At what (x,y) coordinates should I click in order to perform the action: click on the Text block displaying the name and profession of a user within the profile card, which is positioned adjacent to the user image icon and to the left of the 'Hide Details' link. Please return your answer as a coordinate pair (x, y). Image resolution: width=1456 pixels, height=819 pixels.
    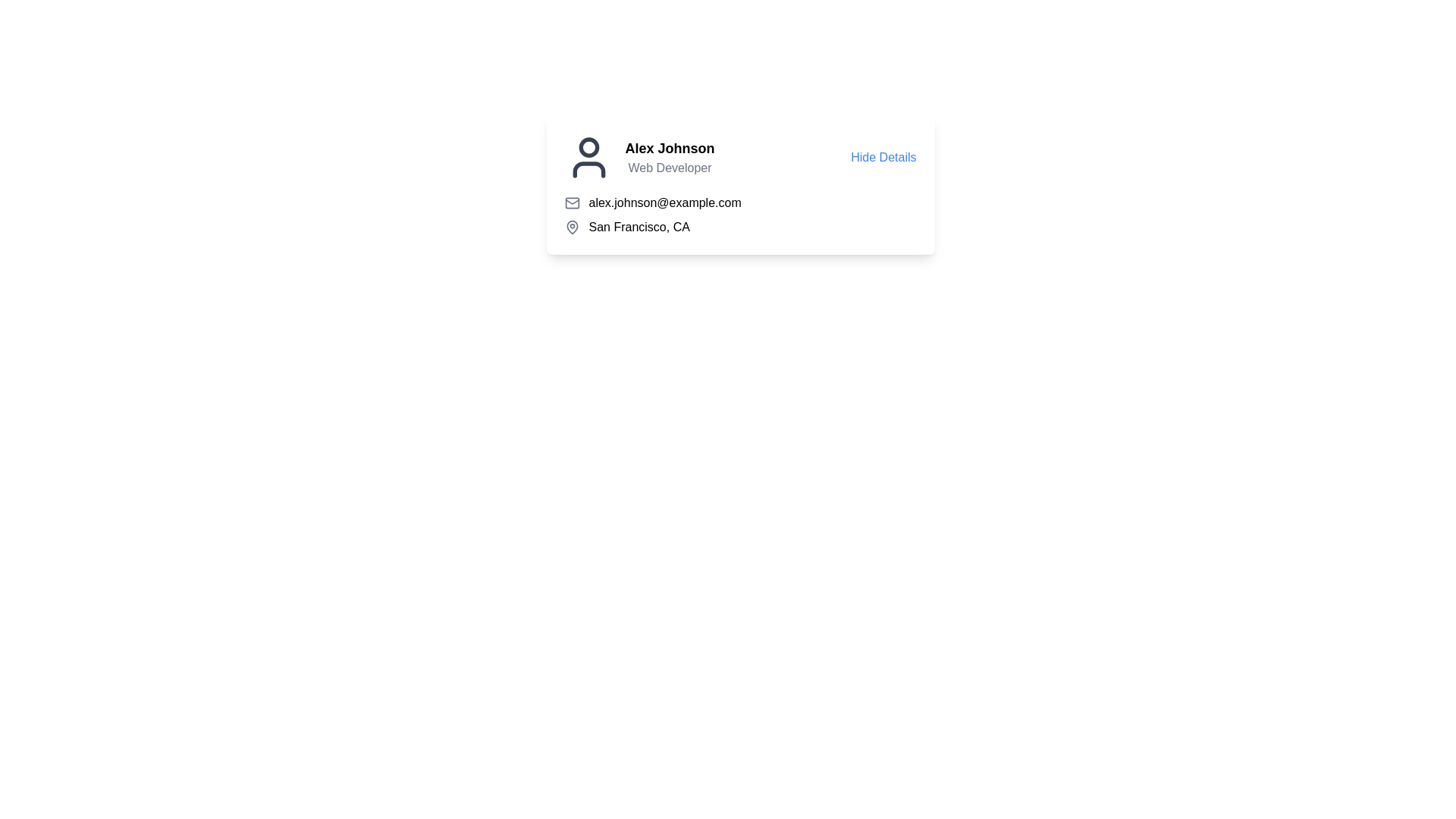
    Looking at the image, I should click on (669, 158).